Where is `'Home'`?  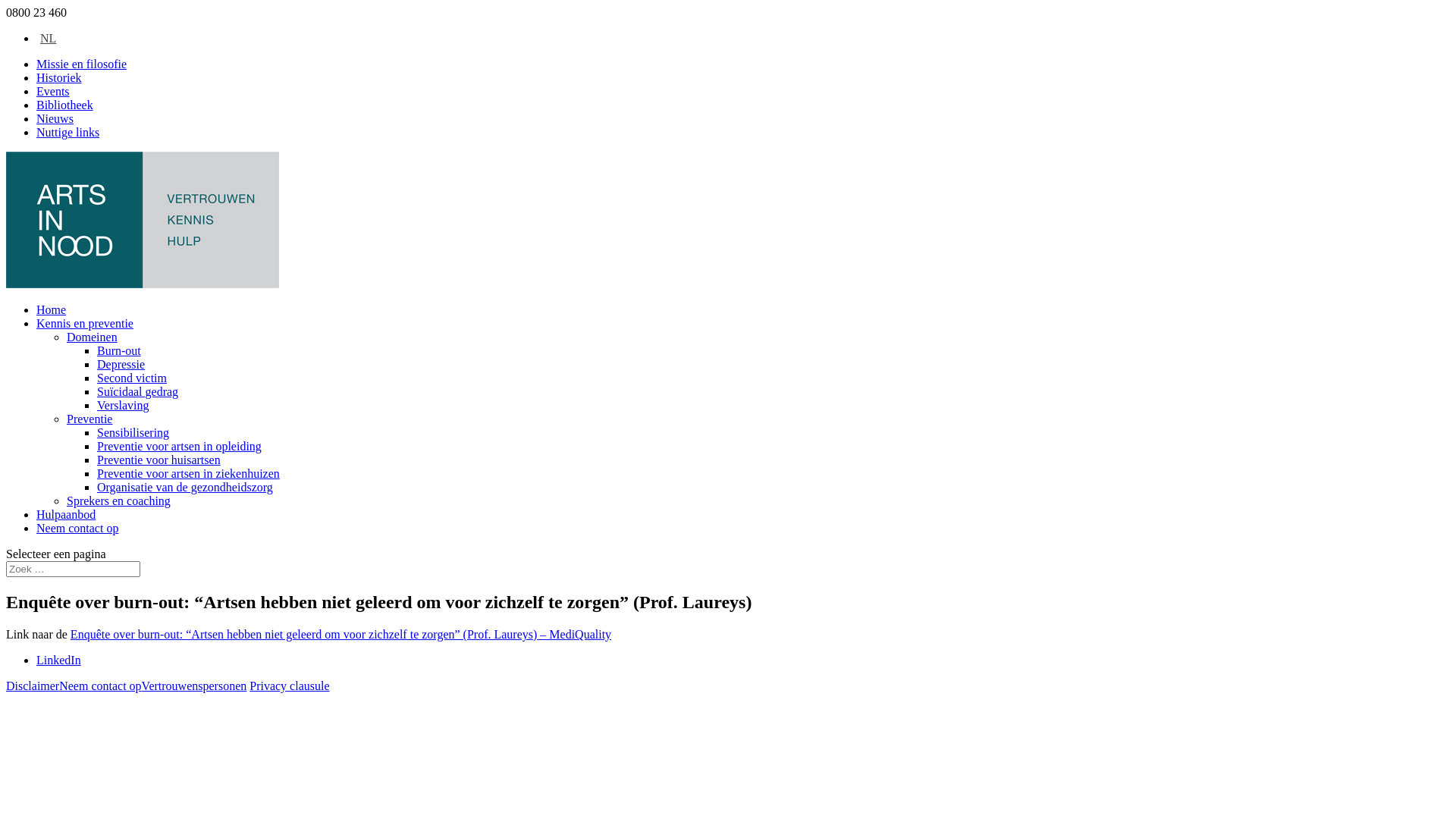 'Home' is located at coordinates (51, 309).